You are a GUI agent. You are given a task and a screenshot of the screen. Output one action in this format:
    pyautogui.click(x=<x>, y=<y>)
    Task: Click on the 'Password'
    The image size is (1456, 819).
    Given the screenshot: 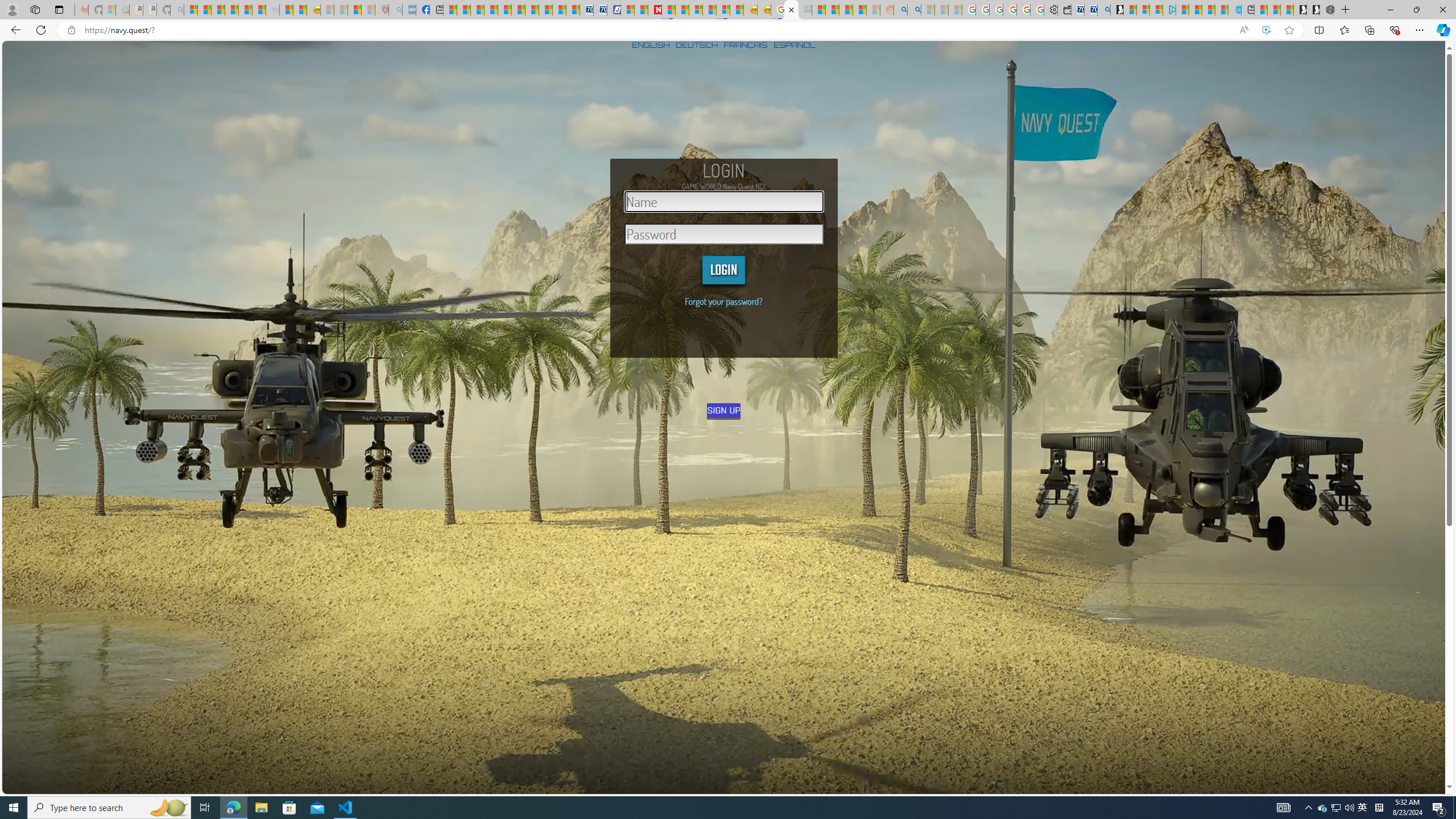 What is the action you would take?
    pyautogui.click(x=723, y=233)
    